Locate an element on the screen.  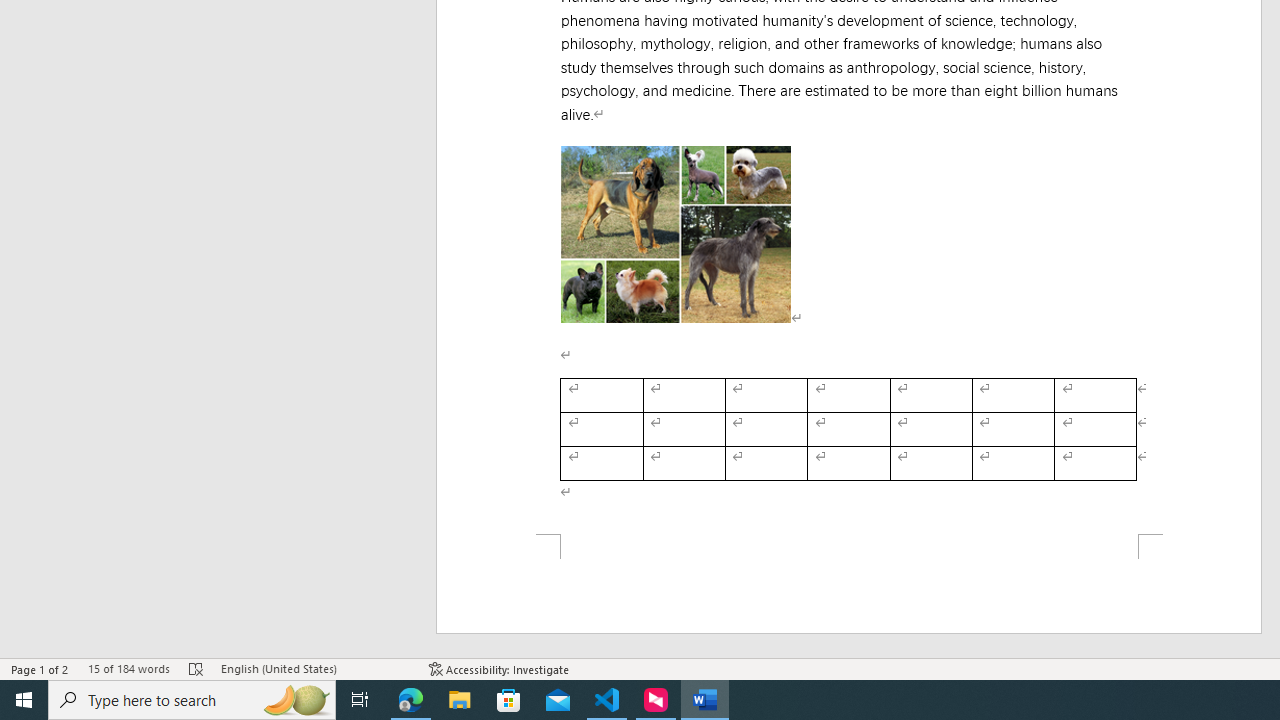
'Page Number Page 1 of 2' is located at coordinates (40, 669).